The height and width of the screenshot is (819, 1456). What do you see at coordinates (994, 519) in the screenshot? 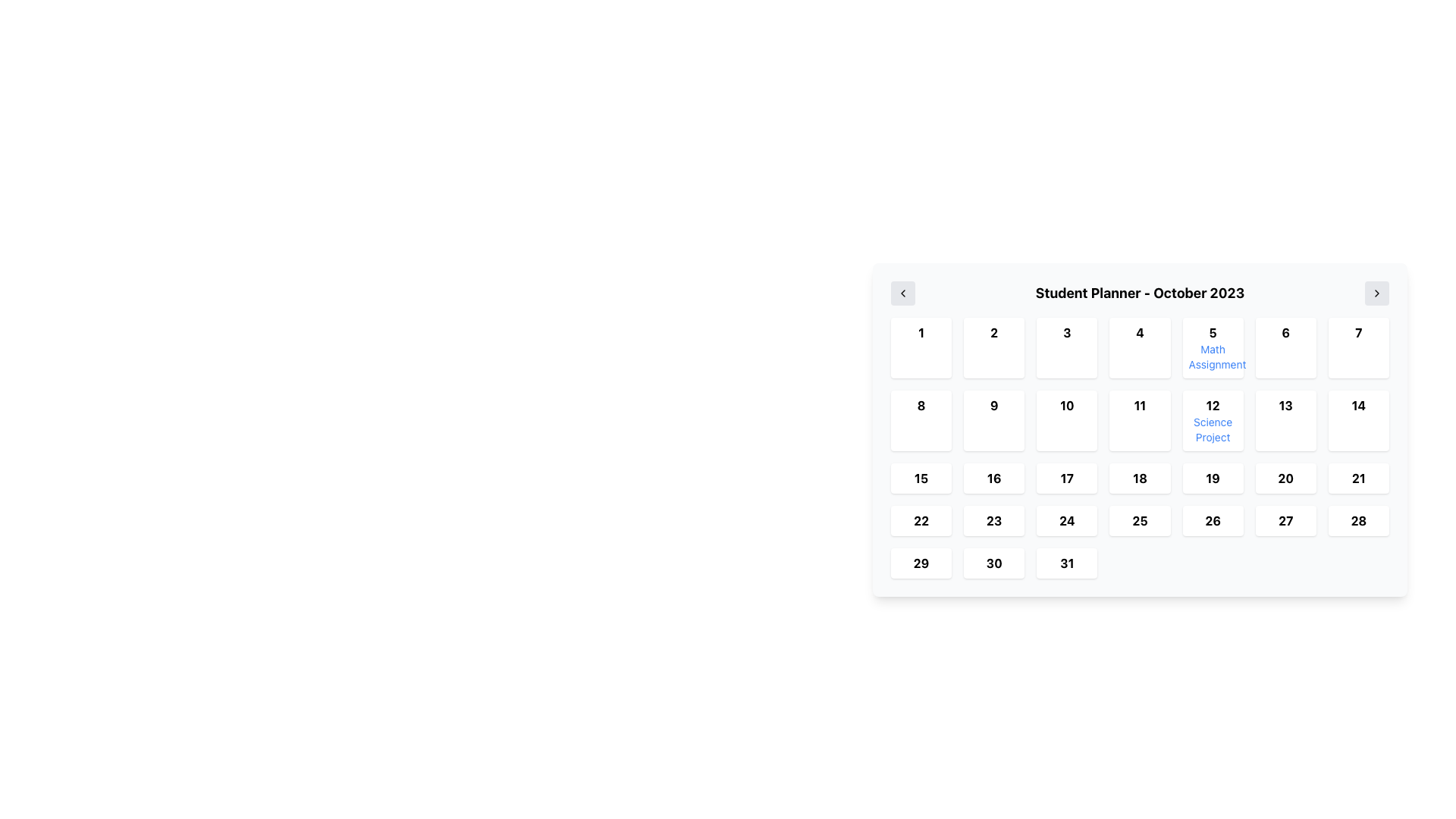
I see `the text label representing the day number '23' in the calendar layout by moving the cursor to its center point` at bounding box center [994, 519].